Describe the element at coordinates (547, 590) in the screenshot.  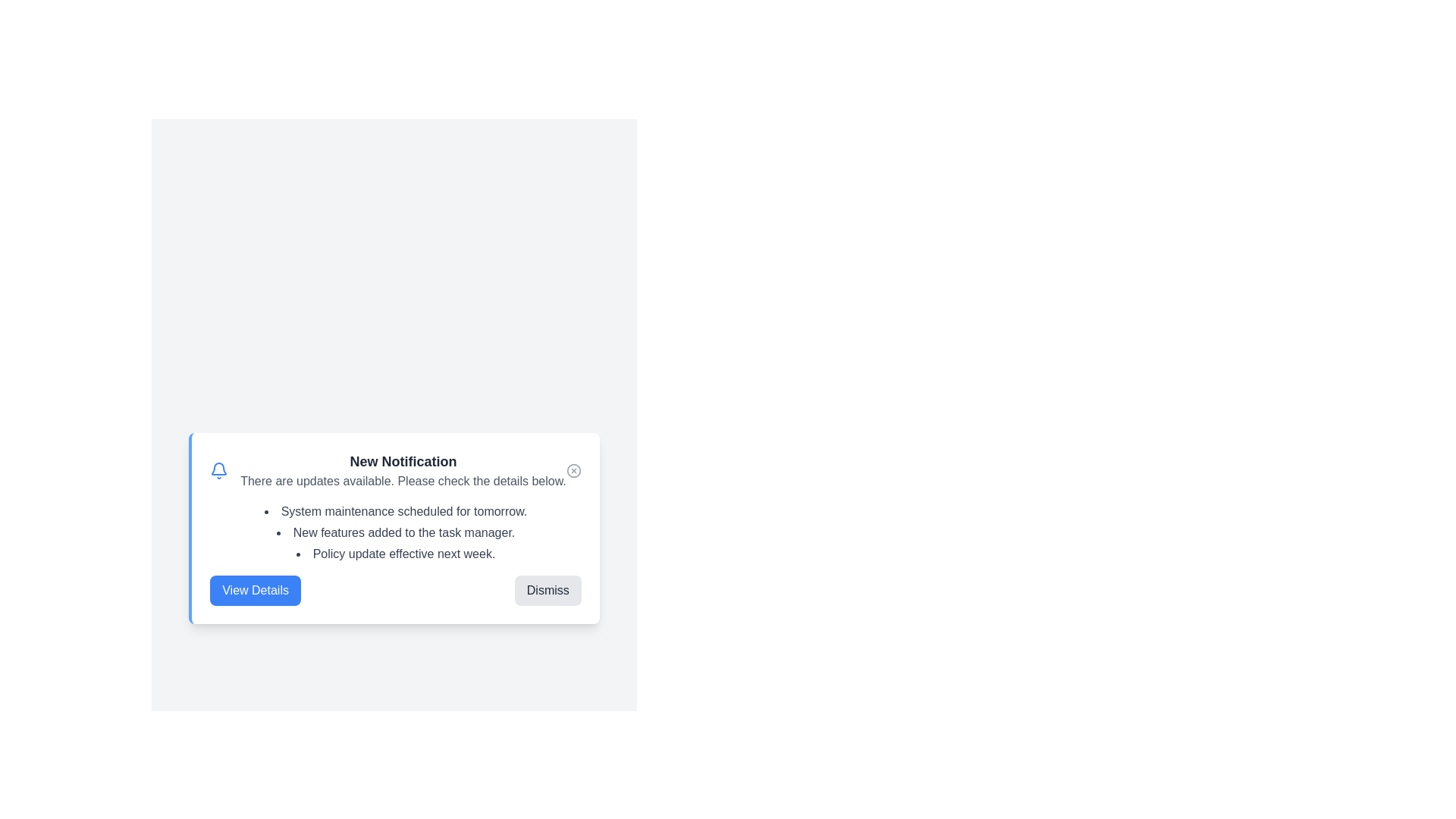
I see `the 'Dismiss' button to remove the notification` at that location.